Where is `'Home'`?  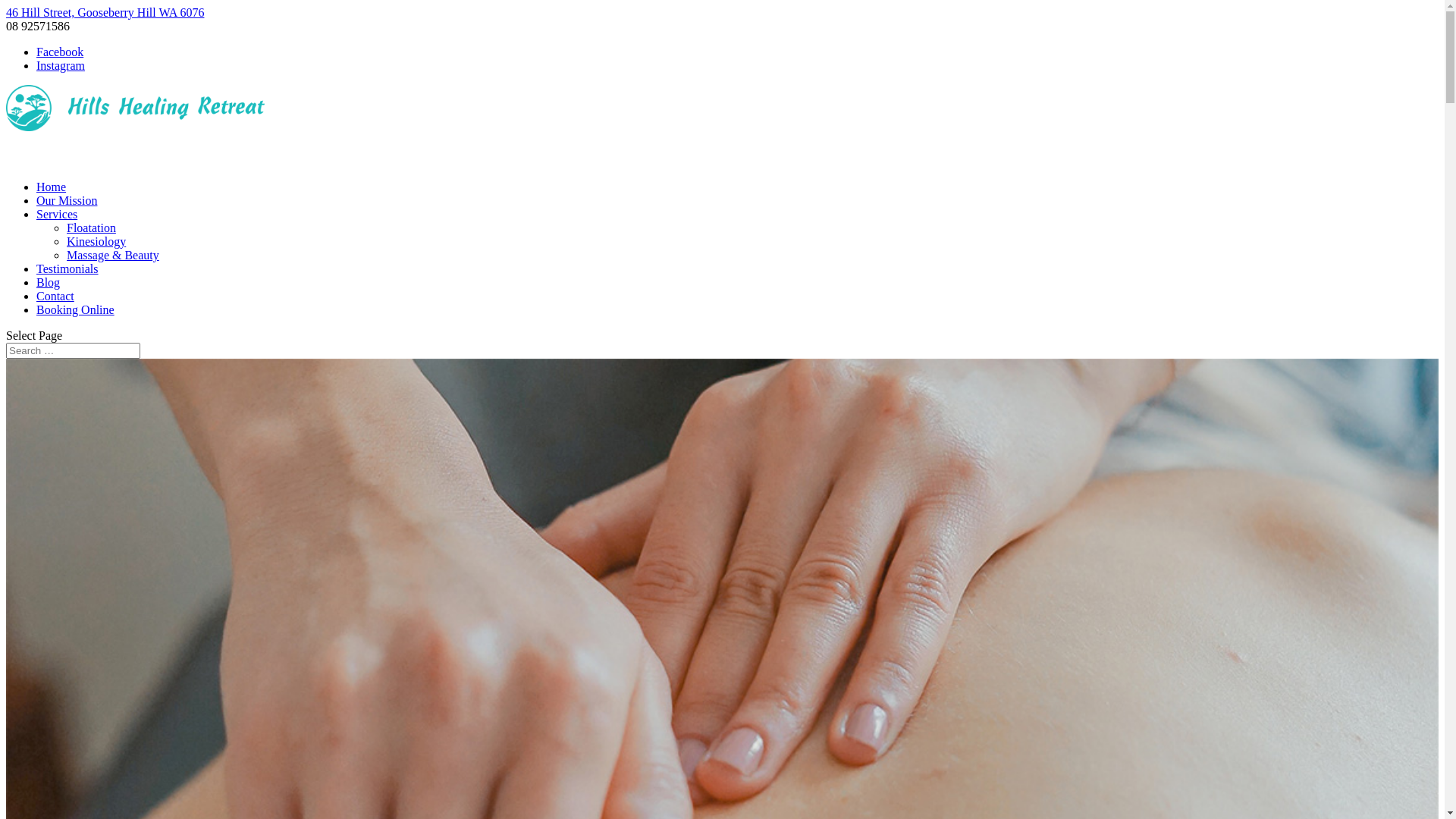 'Home' is located at coordinates (36, 193).